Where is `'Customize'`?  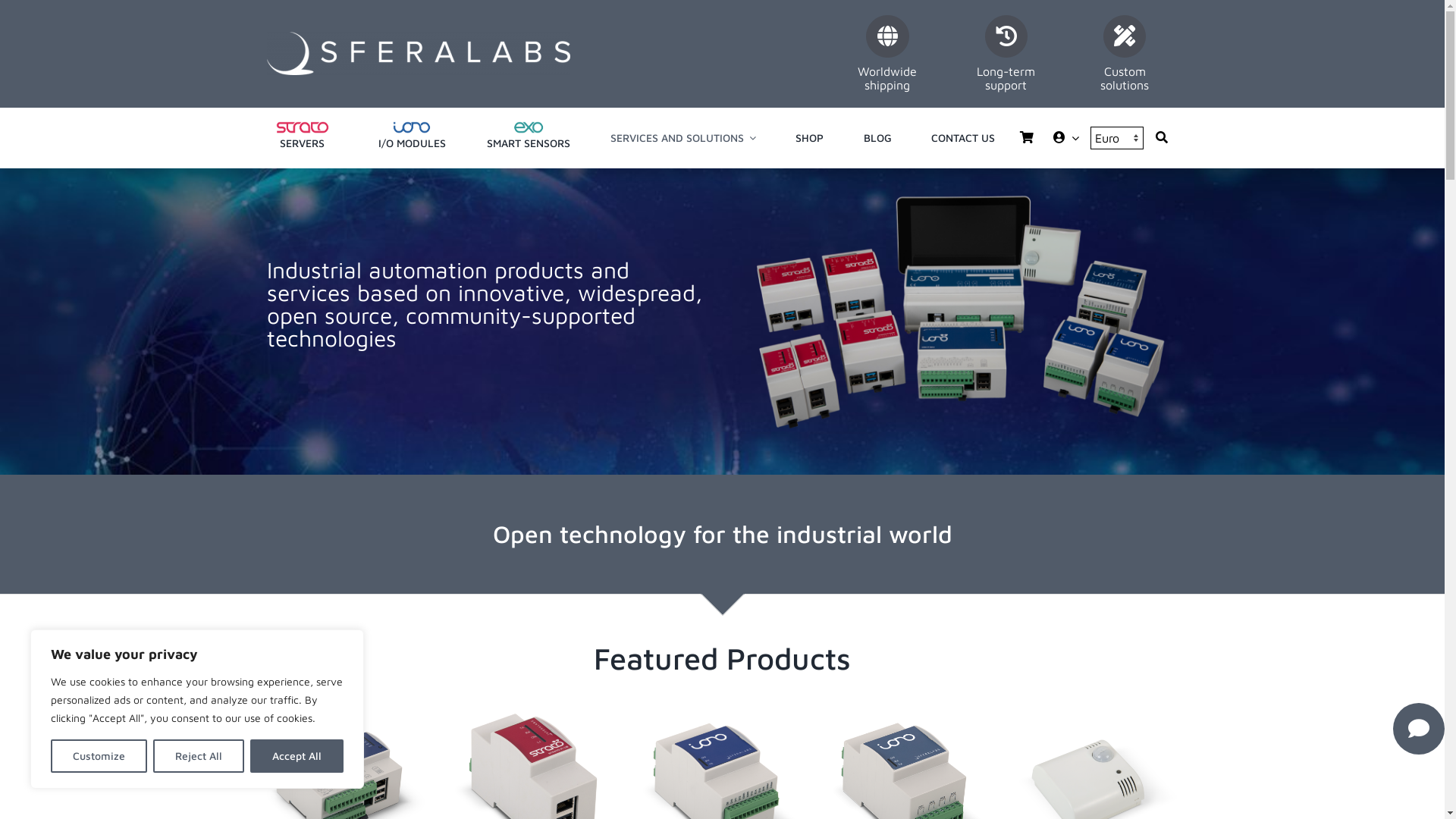 'Customize' is located at coordinates (98, 755).